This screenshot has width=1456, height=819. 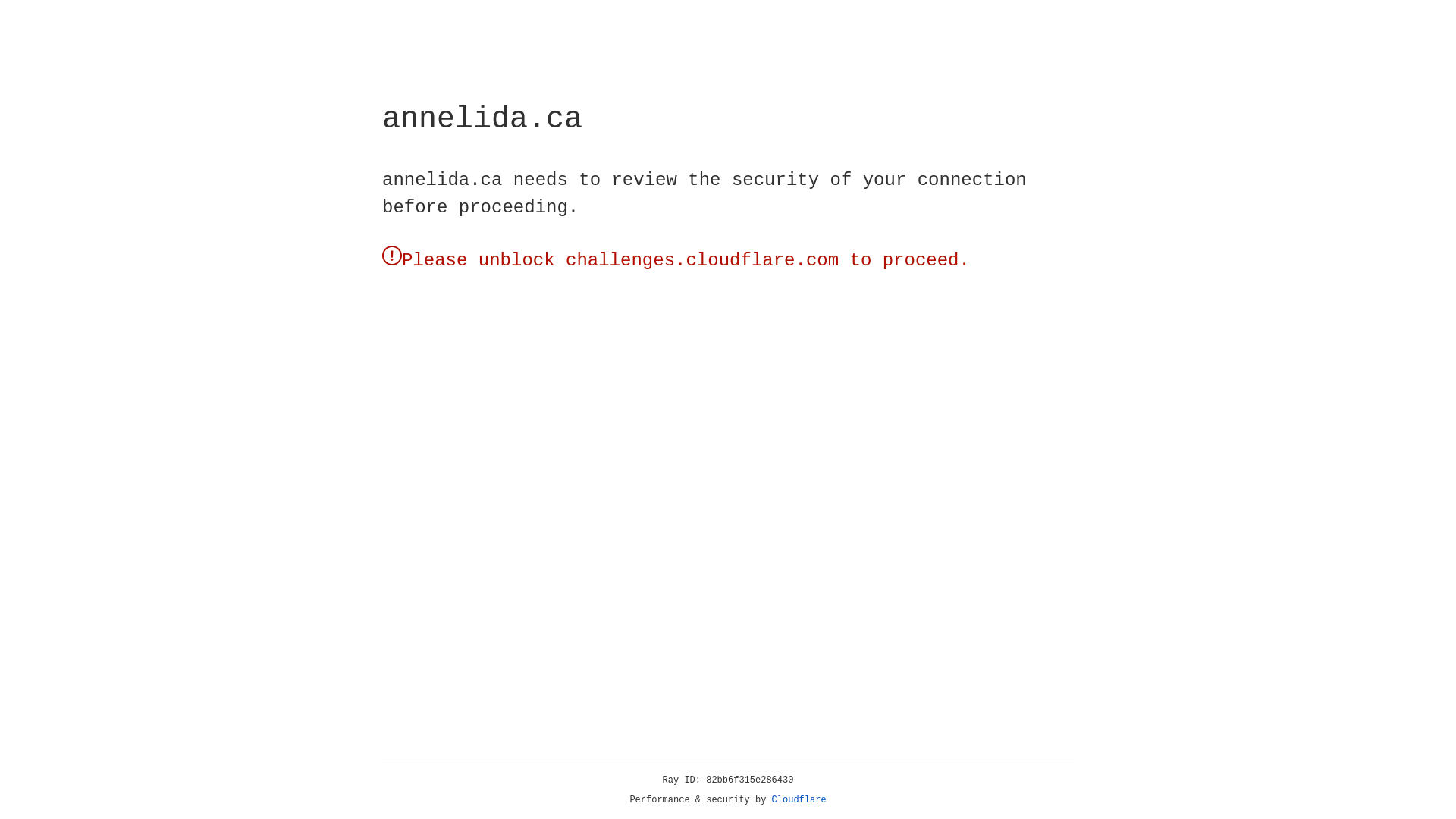 I want to click on 'Cloudflare', so click(x=799, y=799).